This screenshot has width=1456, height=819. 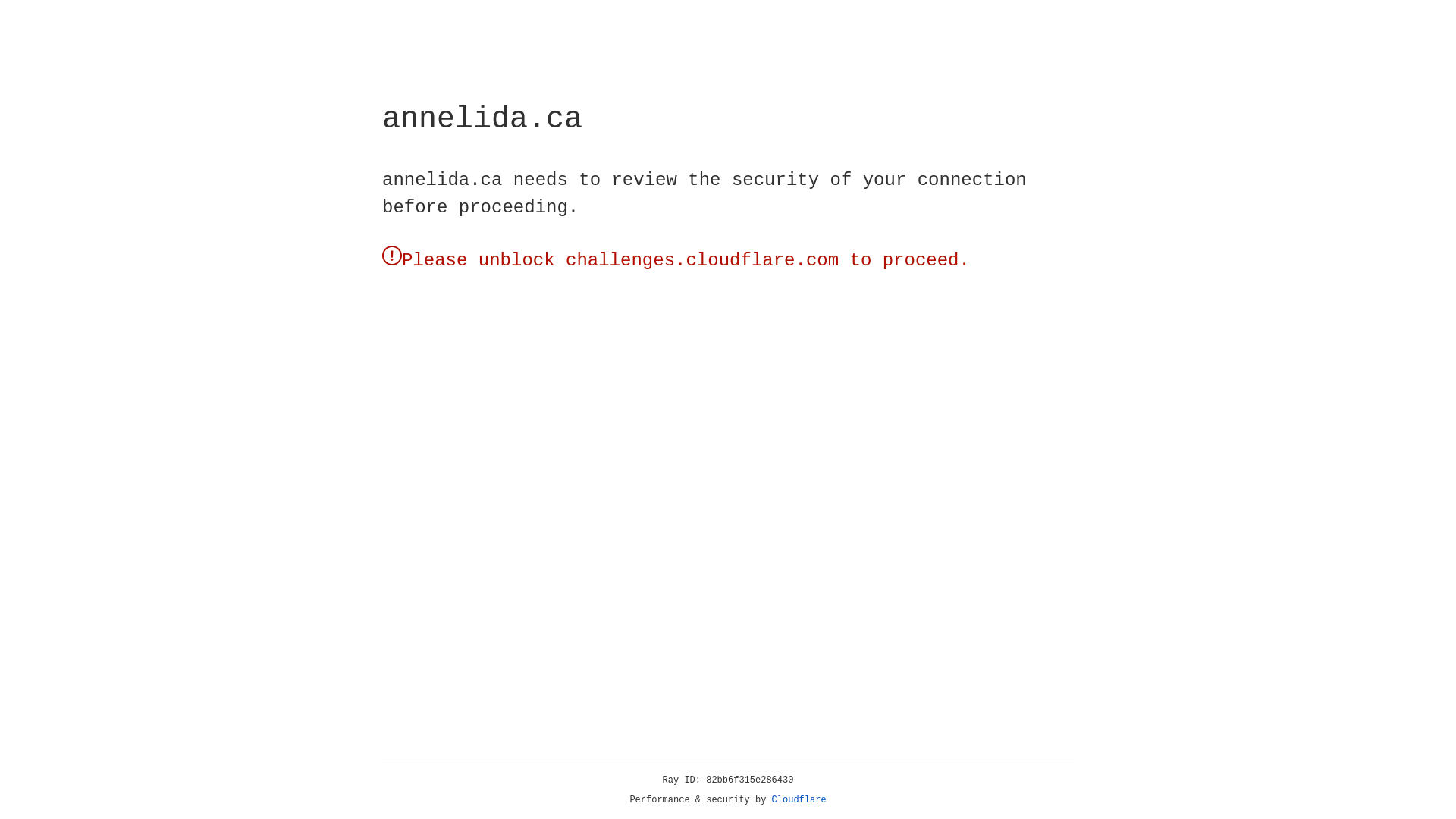 I want to click on 'Cloudflare', so click(x=799, y=799).